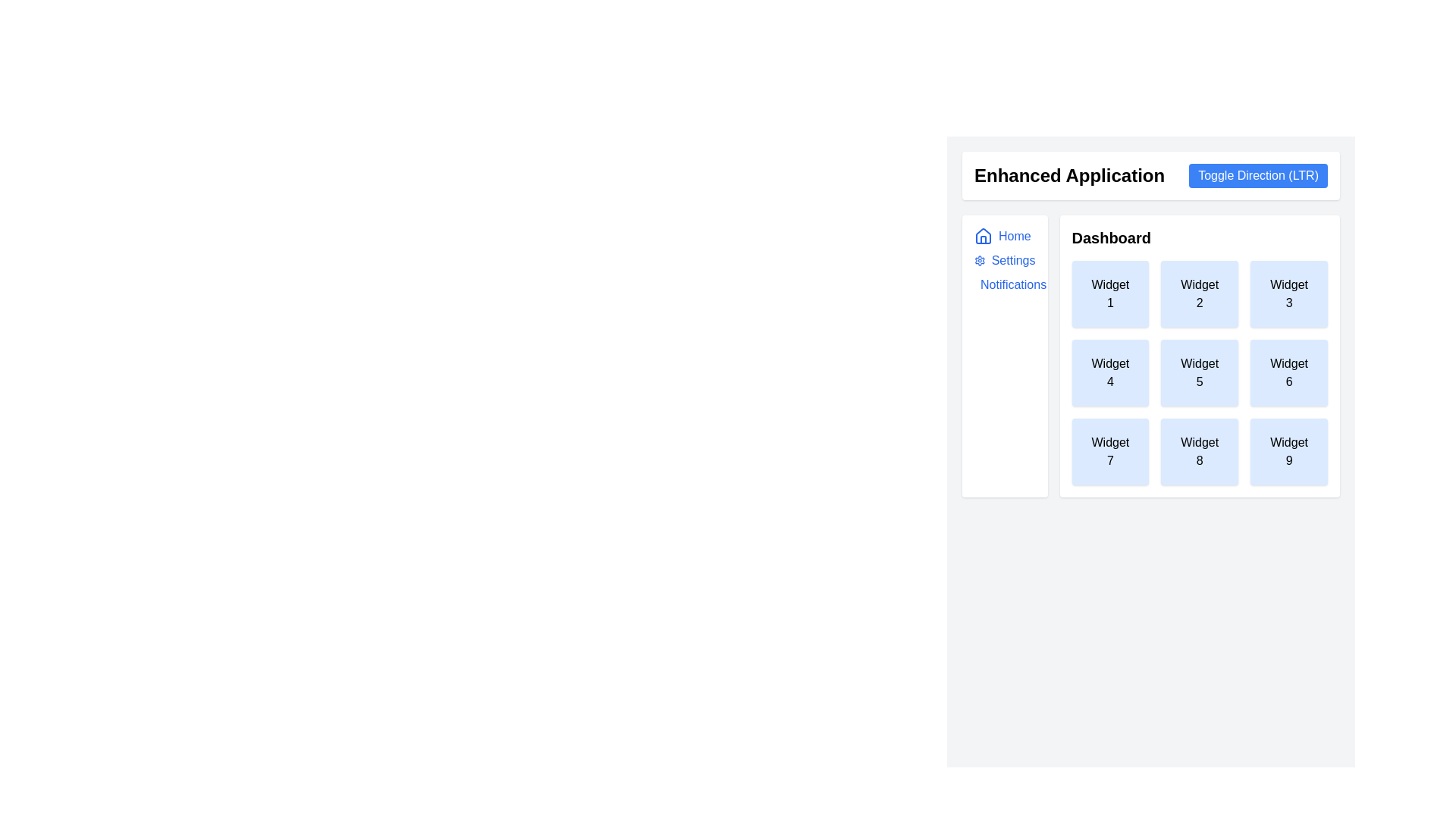 The height and width of the screenshot is (819, 1456). Describe the element at coordinates (983, 239) in the screenshot. I see `the doorway of the house icon in the navigation panel, which symbolizes the 'Home' functionality` at that location.